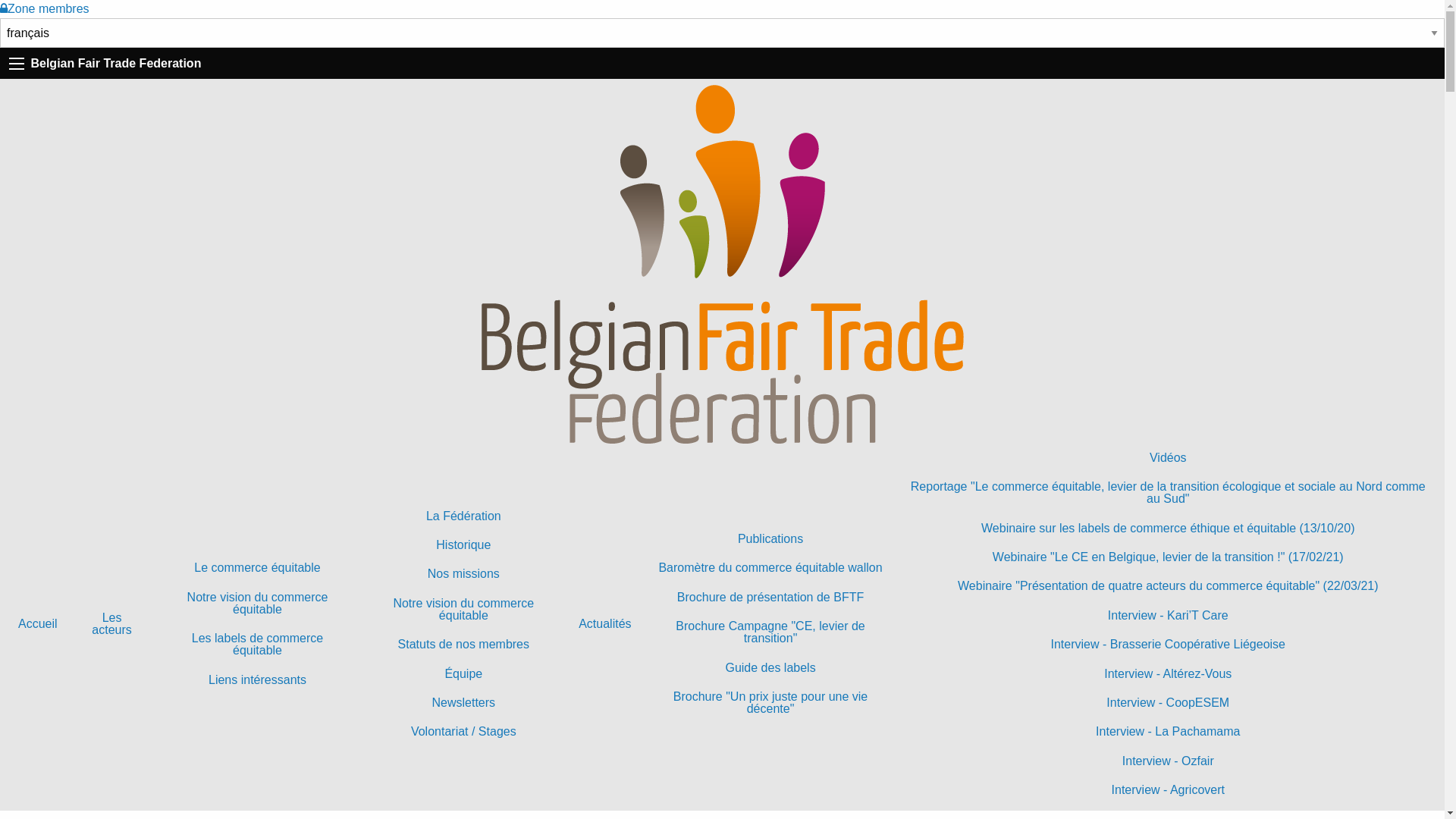 This screenshot has width=1456, height=819. I want to click on 'Accueil', so click(37, 623).